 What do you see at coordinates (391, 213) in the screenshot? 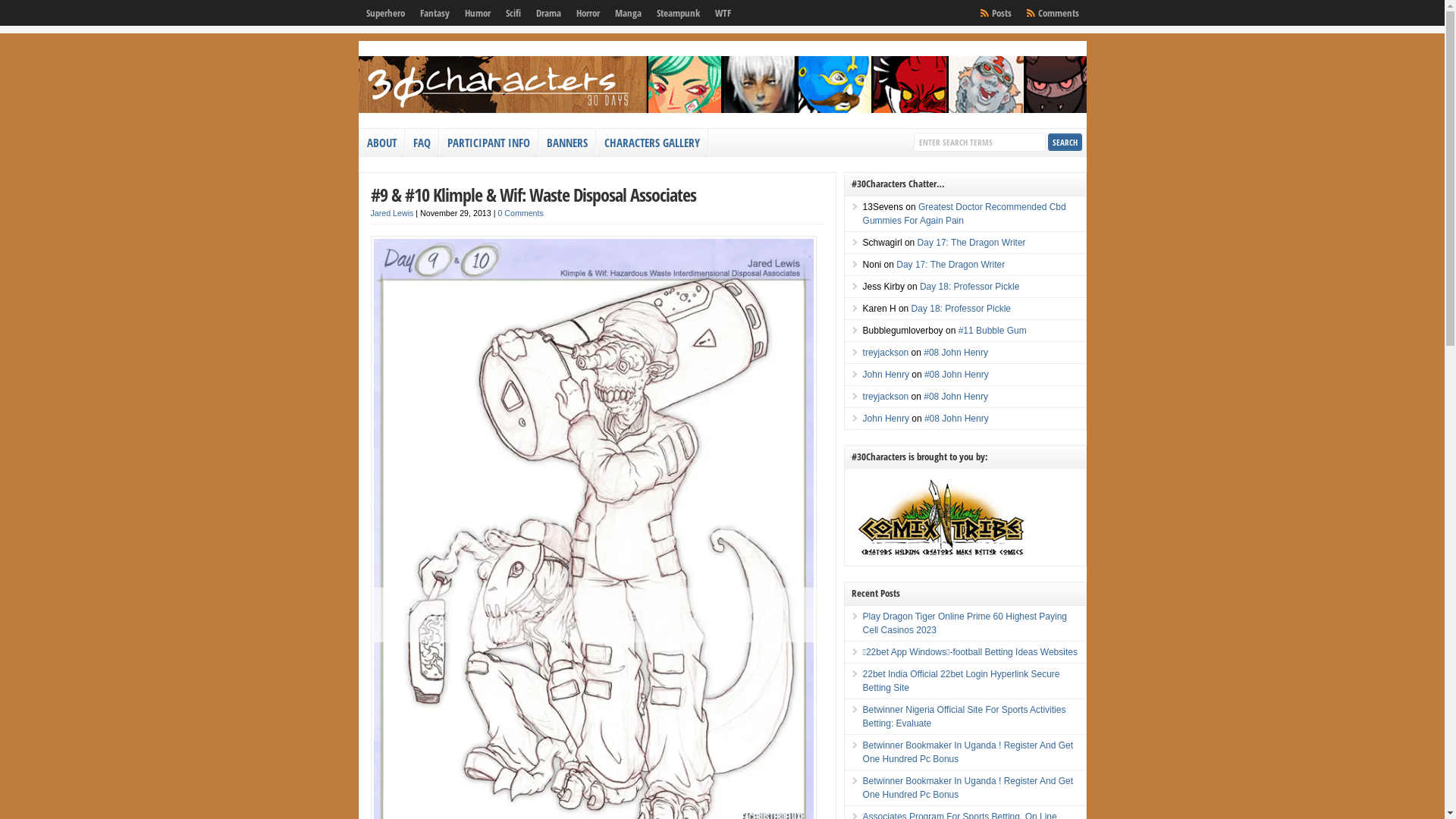
I see `'Jared Lewis'` at bounding box center [391, 213].